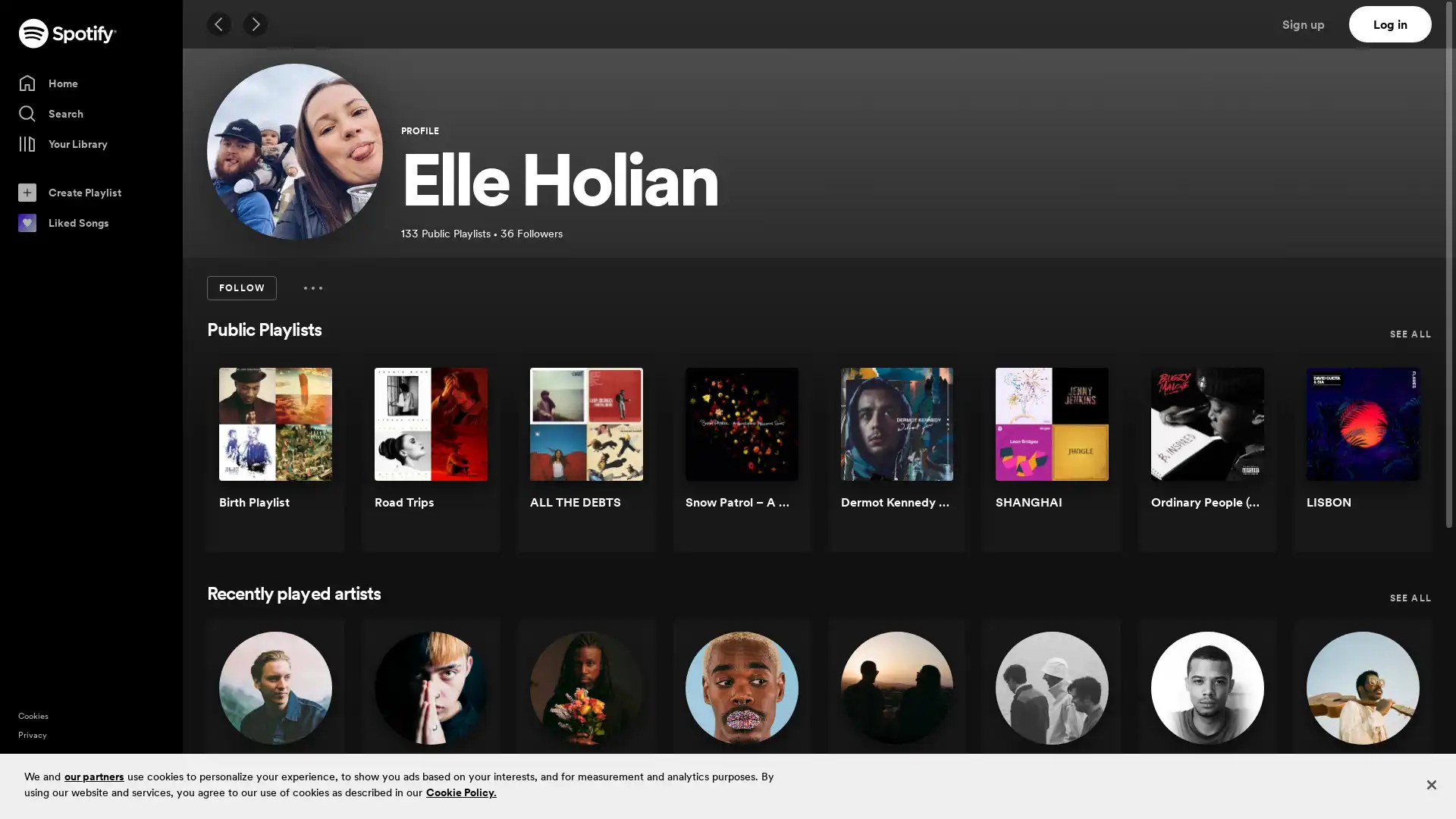 Image resolution: width=1456 pixels, height=819 pixels. I want to click on FOLLOW, so click(240, 288).